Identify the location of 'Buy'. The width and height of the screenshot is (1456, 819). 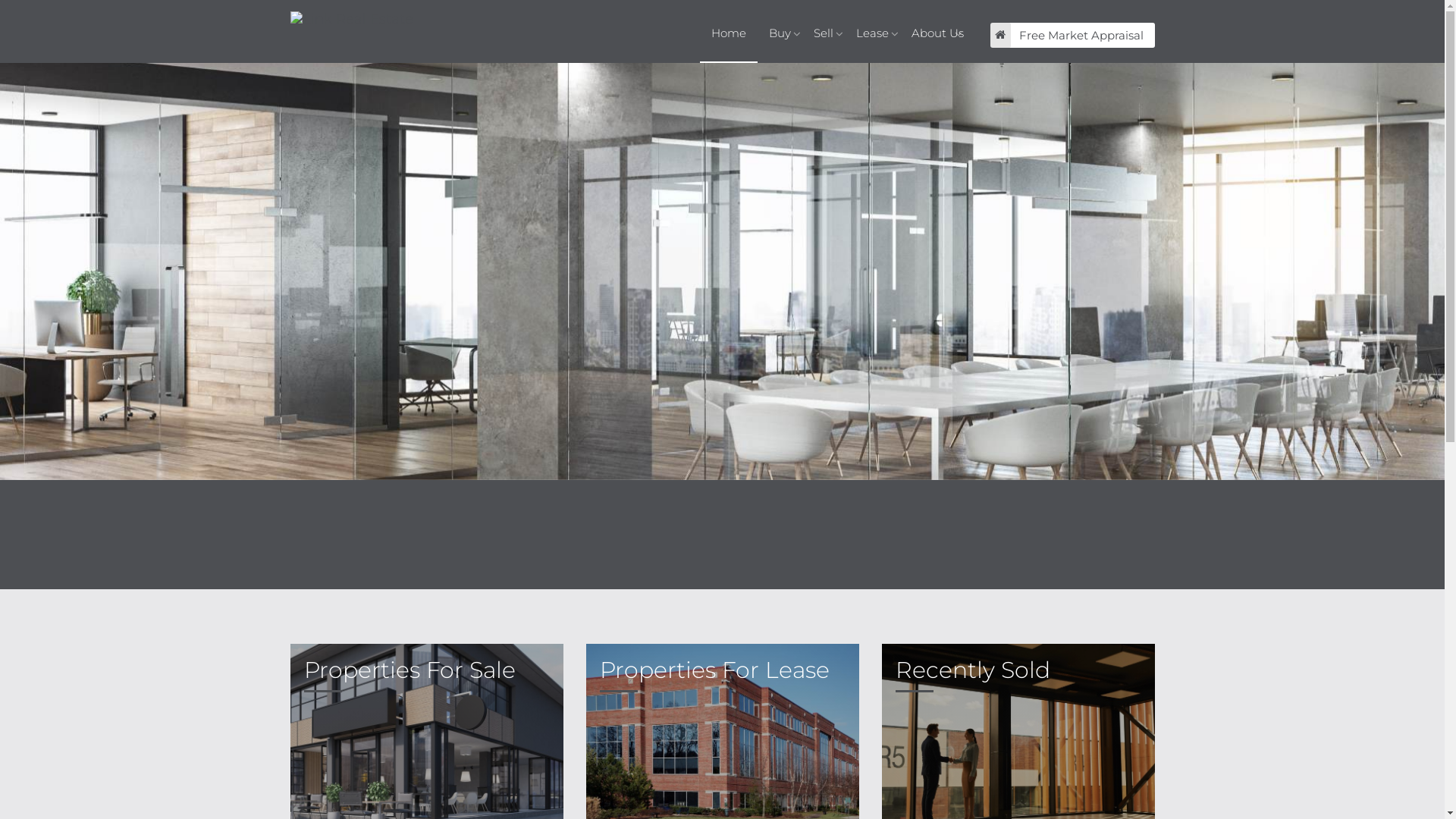
(757, 33).